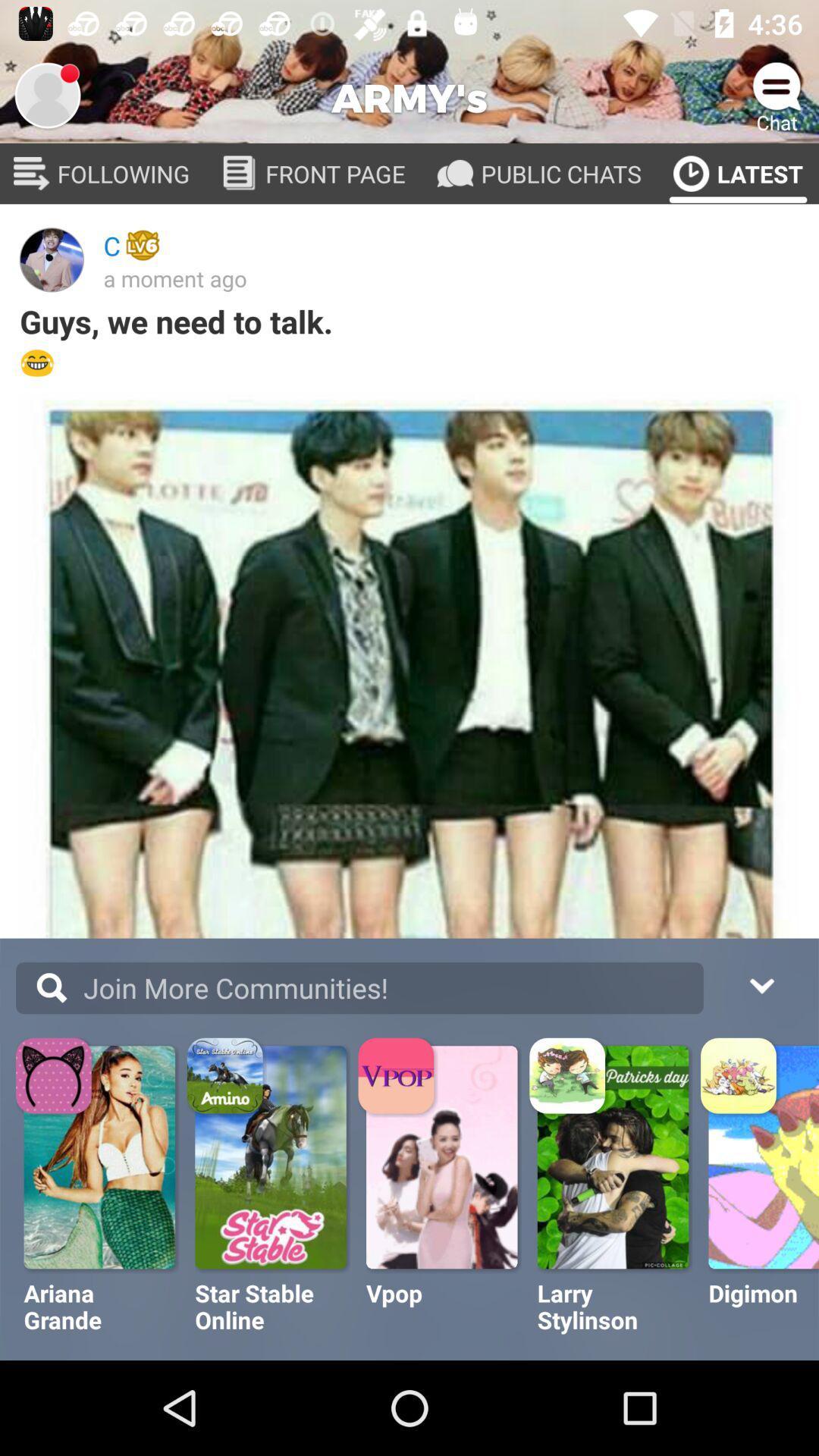  What do you see at coordinates (761, 984) in the screenshot?
I see `the expand_more icon` at bounding box center [761, 984].